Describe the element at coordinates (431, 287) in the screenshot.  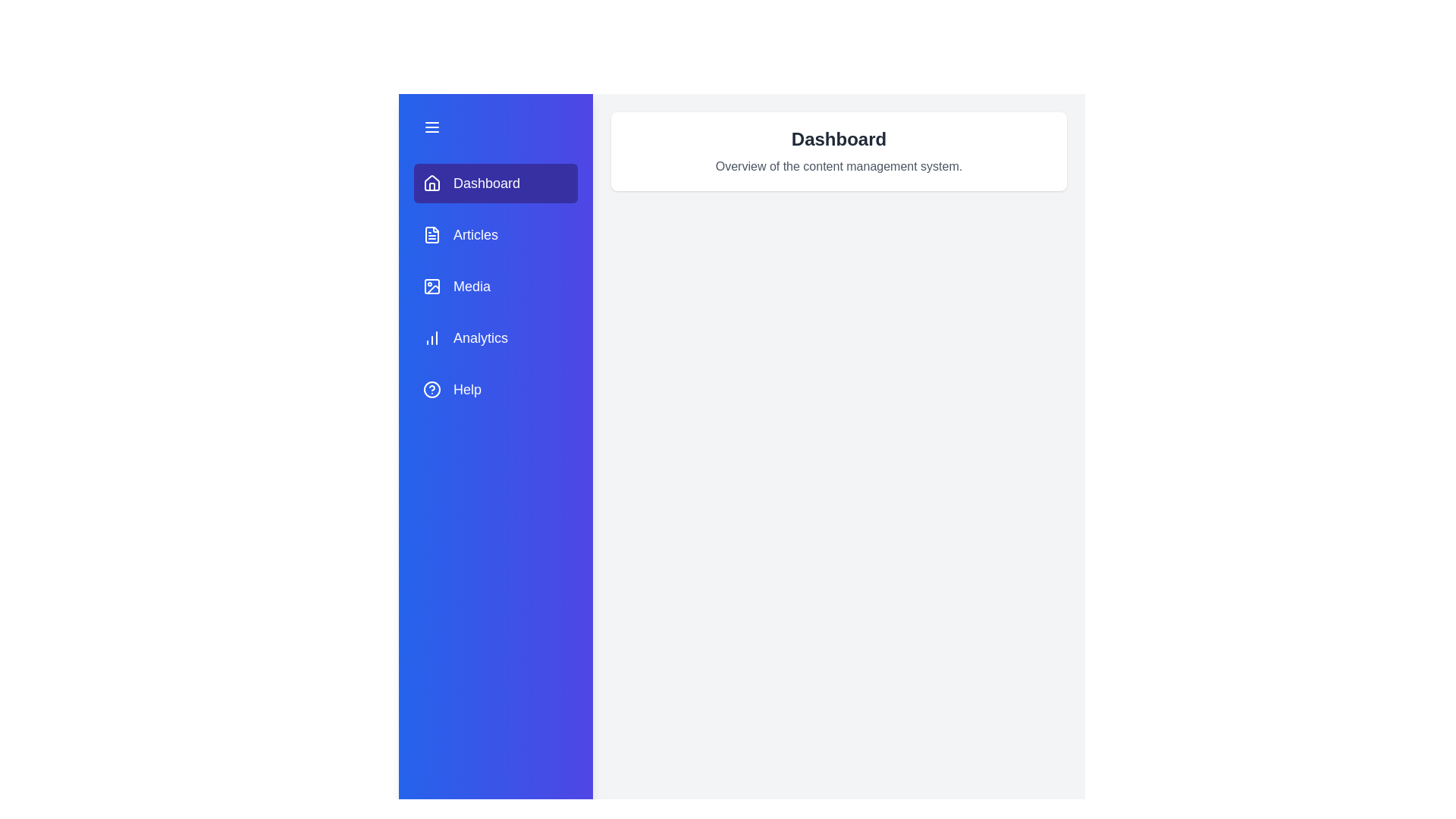
I see `the icon next to the tab labeled Media to inspect its details` at that location.